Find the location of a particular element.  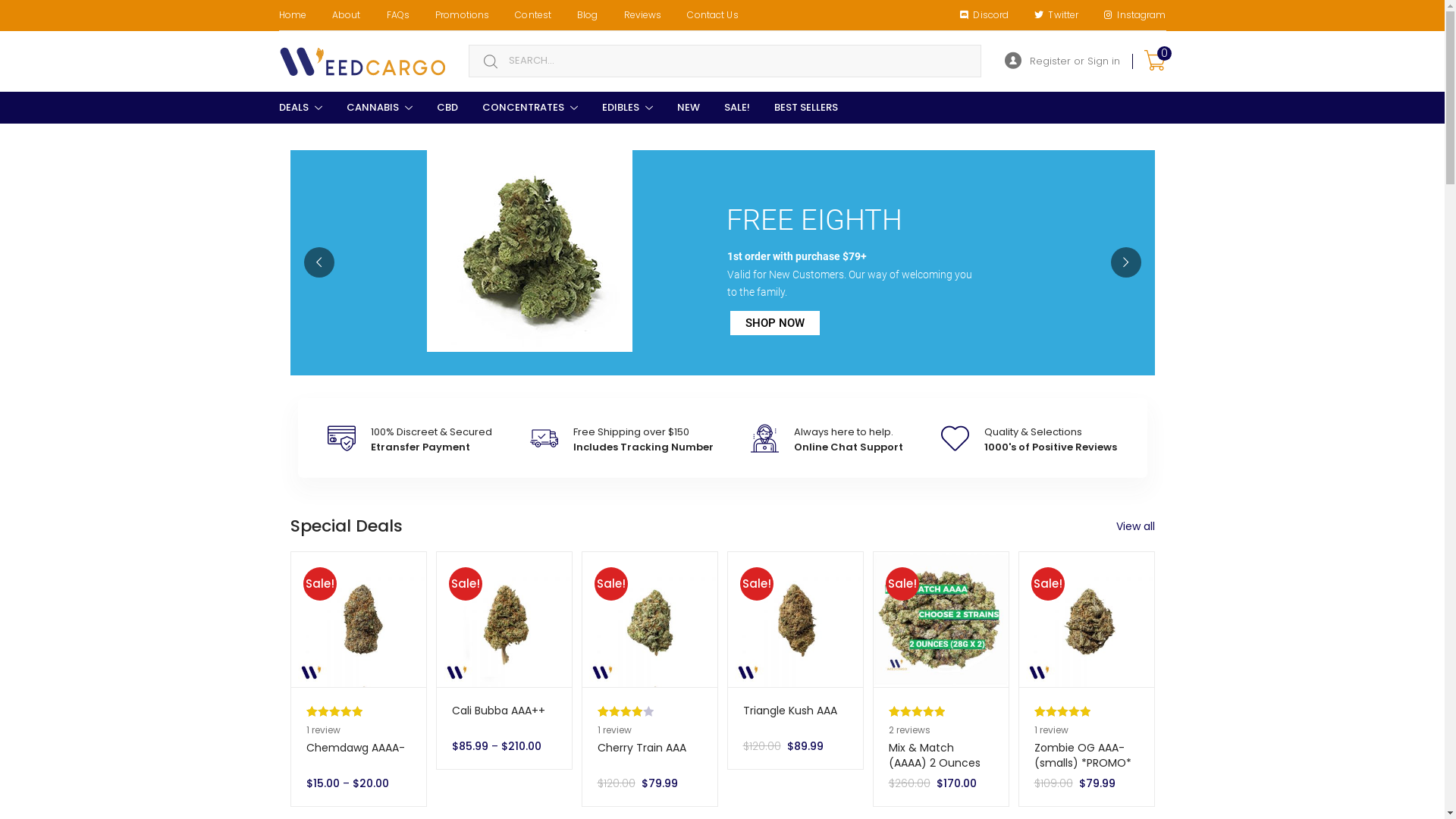

'Promotions' is located at coordinates (461, 14).